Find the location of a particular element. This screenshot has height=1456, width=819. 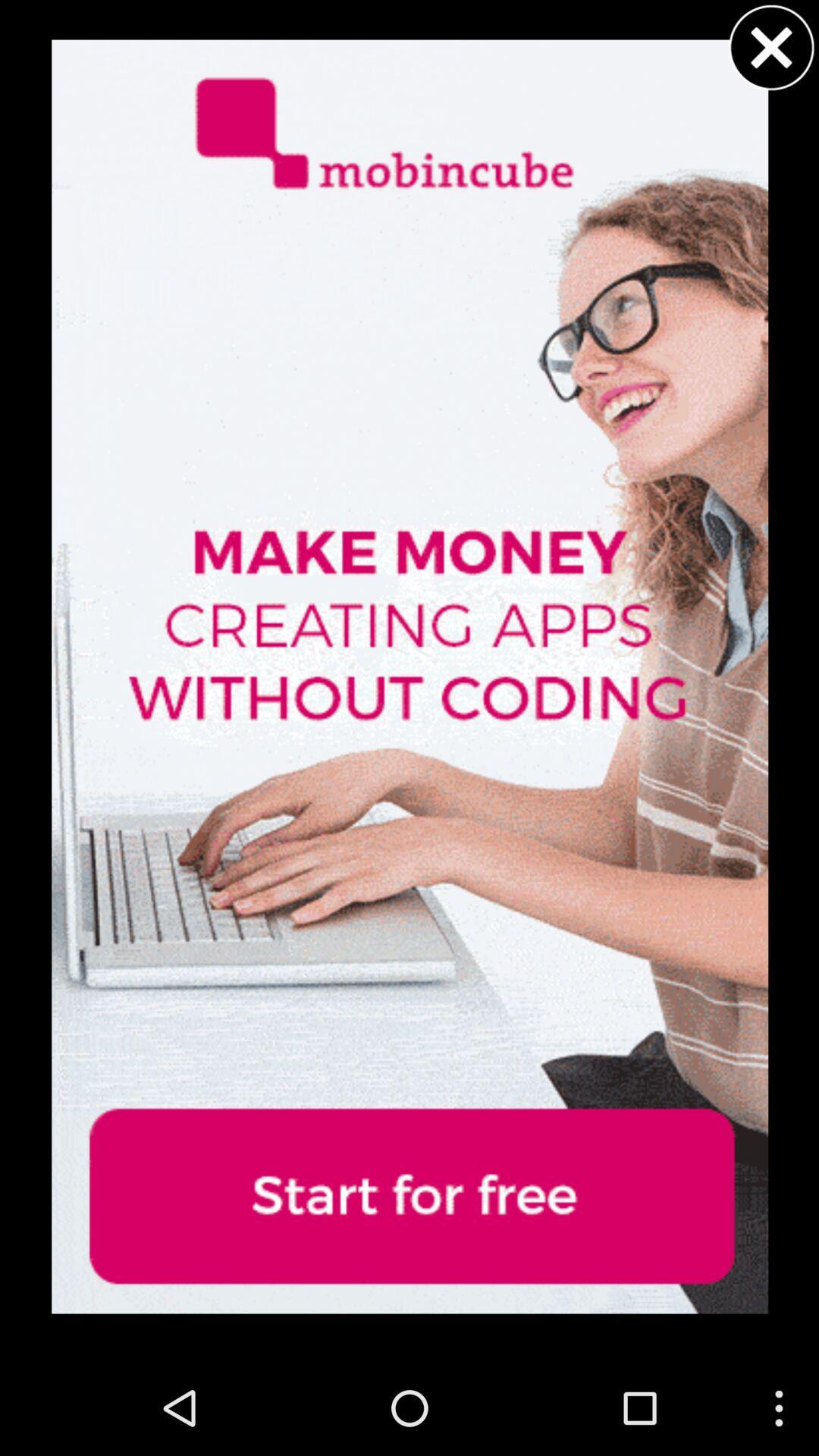

dialogue box is located at coordinates (771, 47).